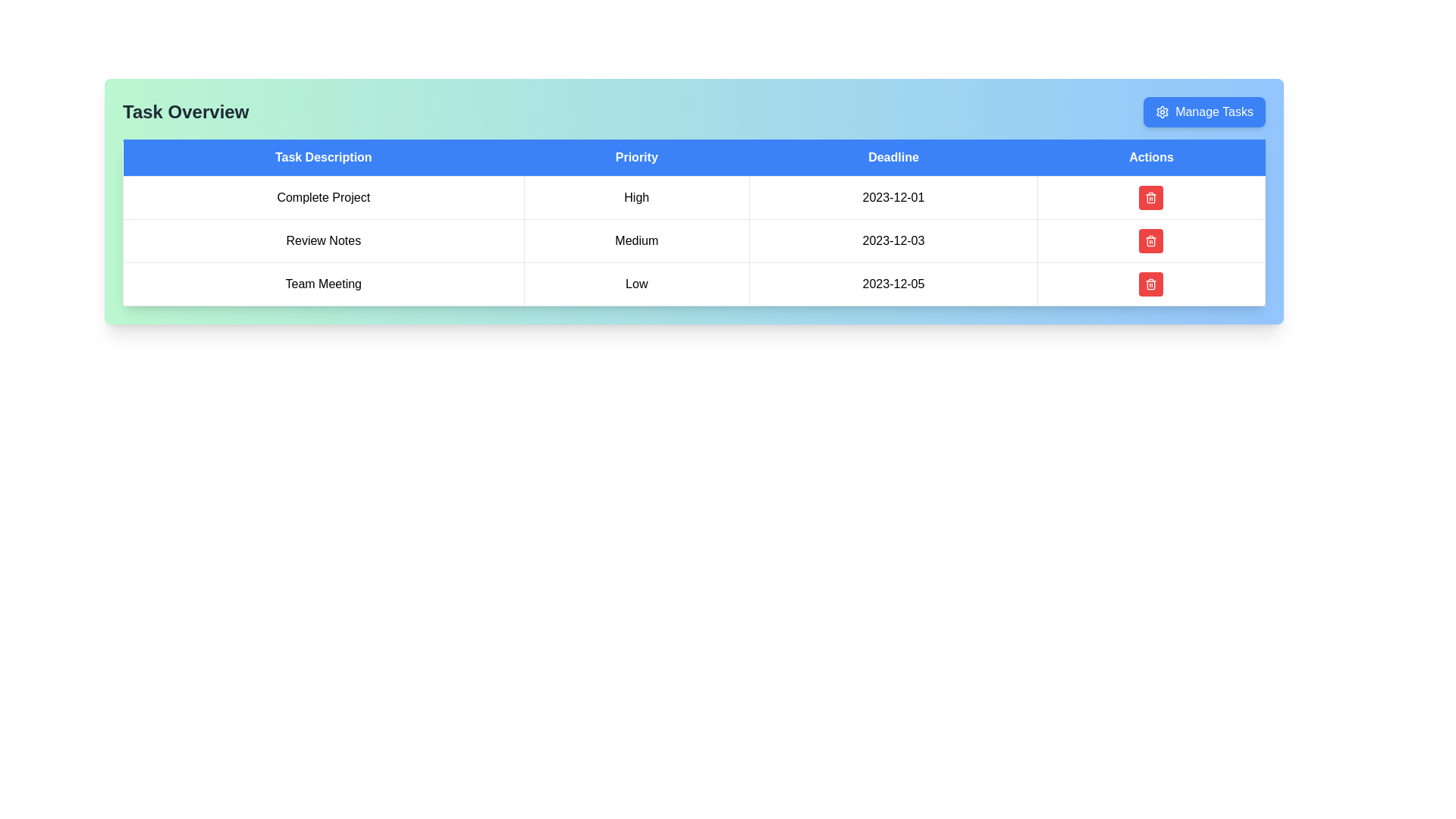 The height and width of the screenshot is (819, 1456). What do you see at coordinates (1151, 158) in the screenshot?
I see `the Table Header element that has a blue background and displays 'Actions', which is the fourth header in the table layout` at bounding box center [1151, 158].